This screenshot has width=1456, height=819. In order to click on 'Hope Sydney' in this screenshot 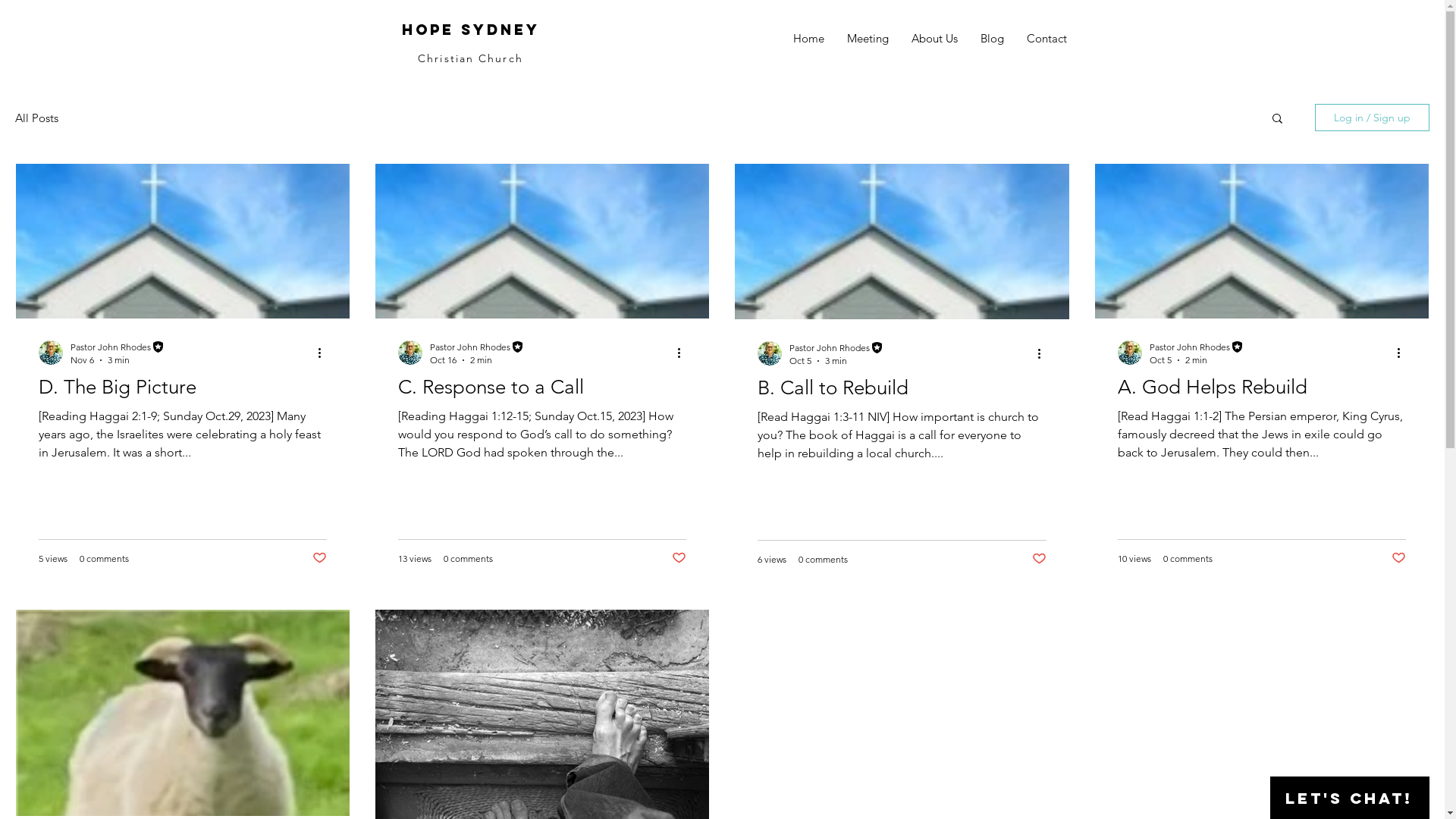, I will do `click(469, 29)`.